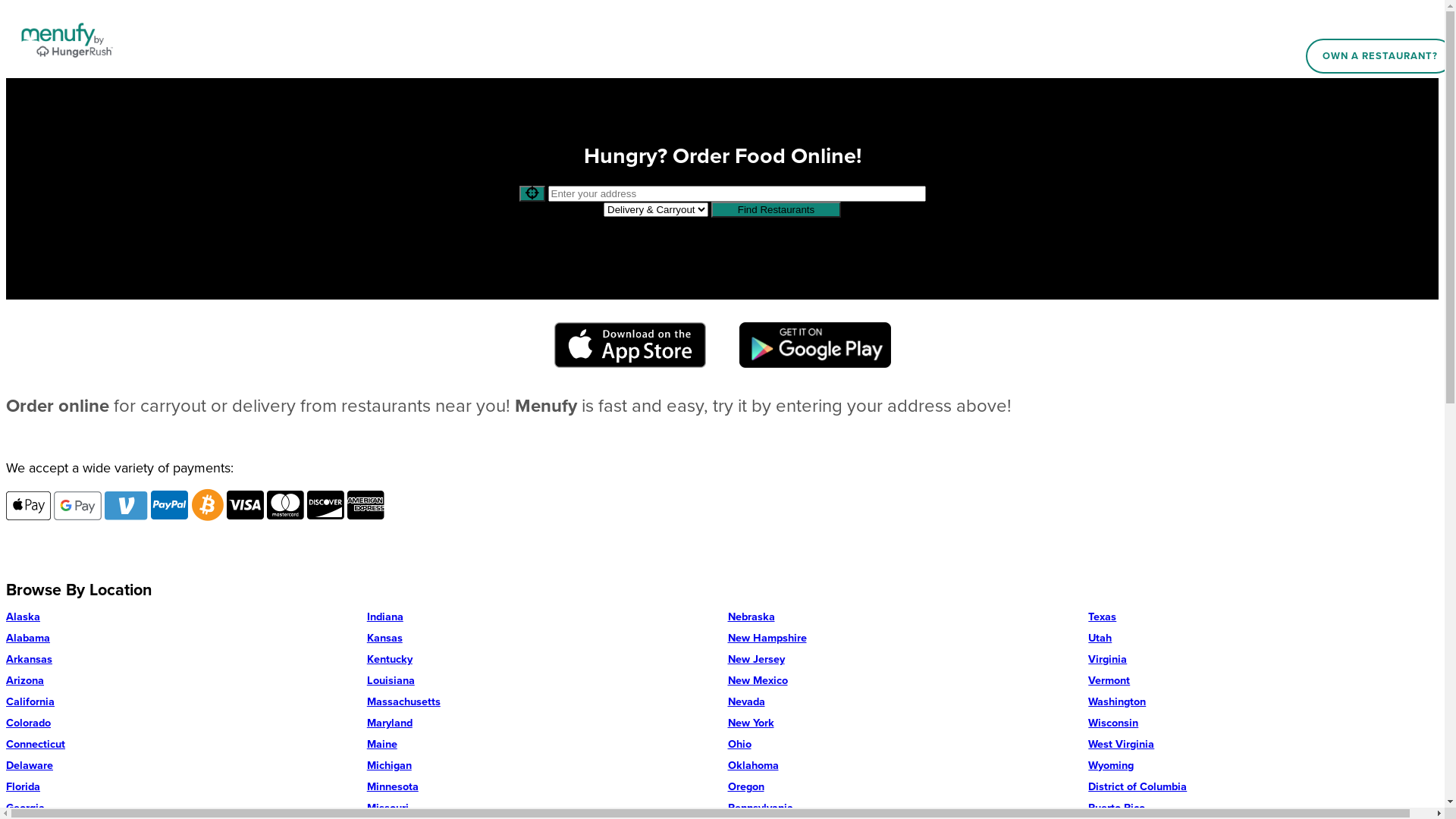 This screenshot has height=819, width=1456. Describe the element at coordinates (776, 209) in the screenshot. I see `'Find Restaurants'` at that location.